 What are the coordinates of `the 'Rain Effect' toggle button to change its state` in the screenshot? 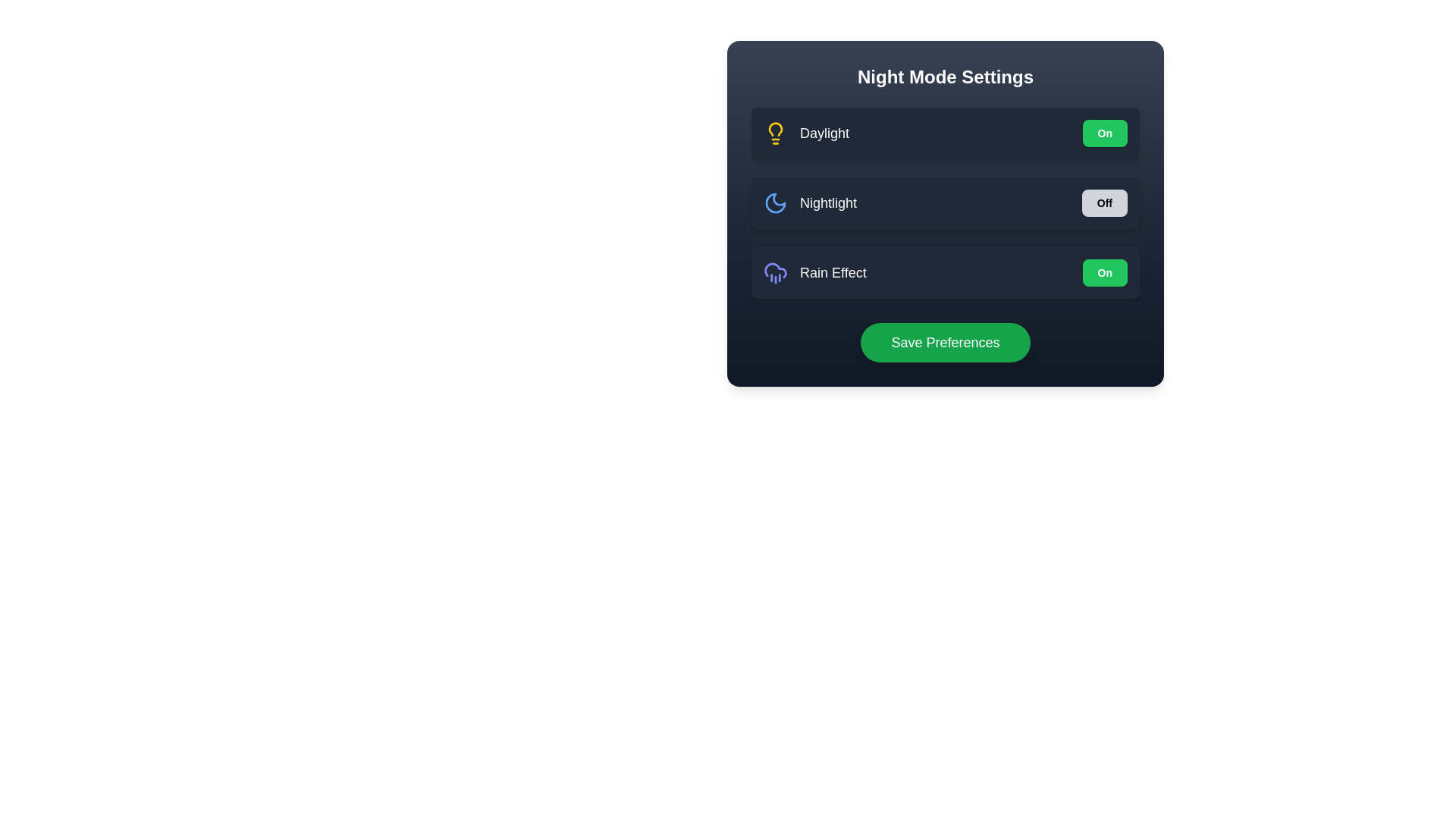 It's located at (1105, 271).